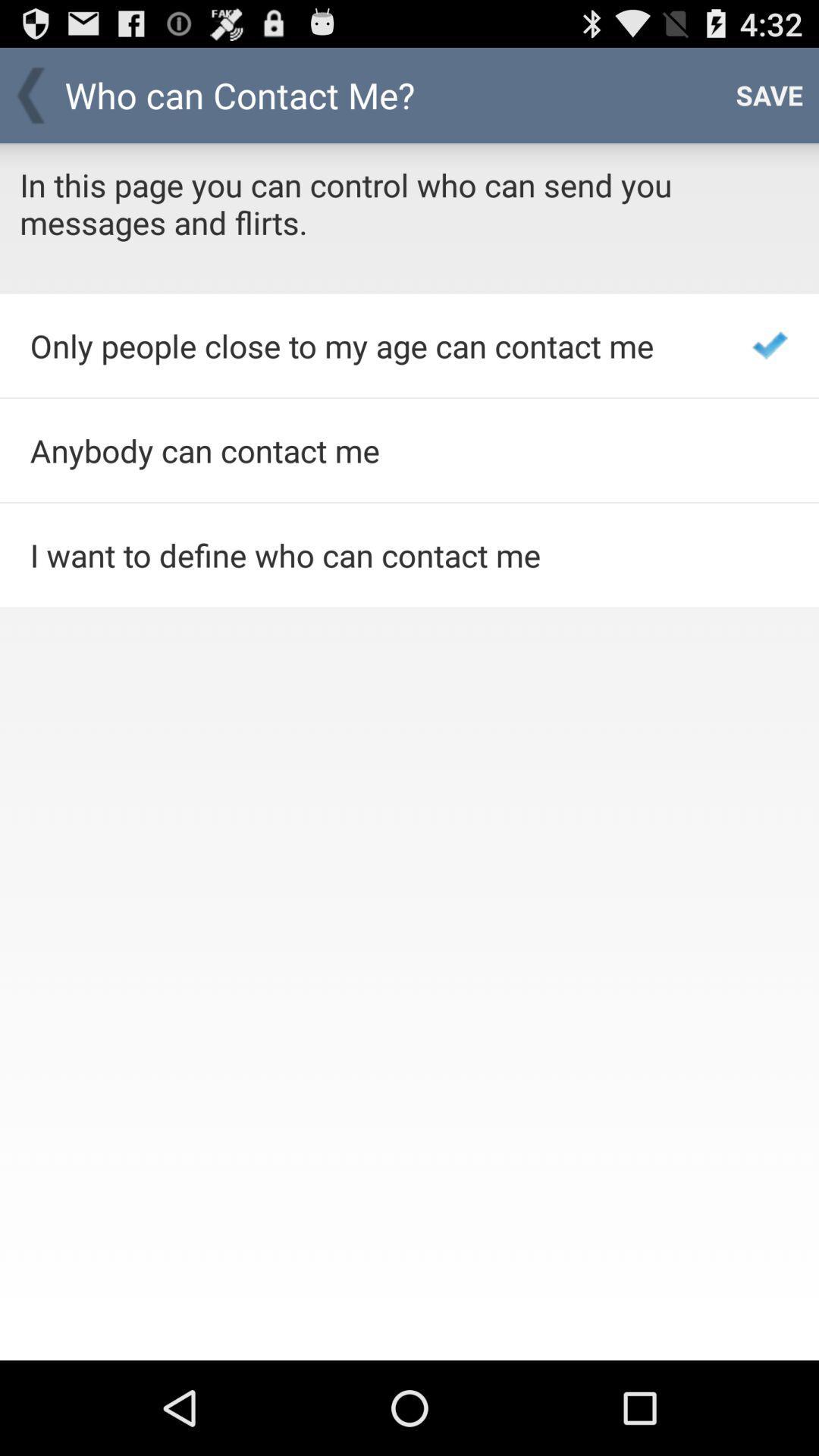  I want to click on i want to item, so click(371, 554).